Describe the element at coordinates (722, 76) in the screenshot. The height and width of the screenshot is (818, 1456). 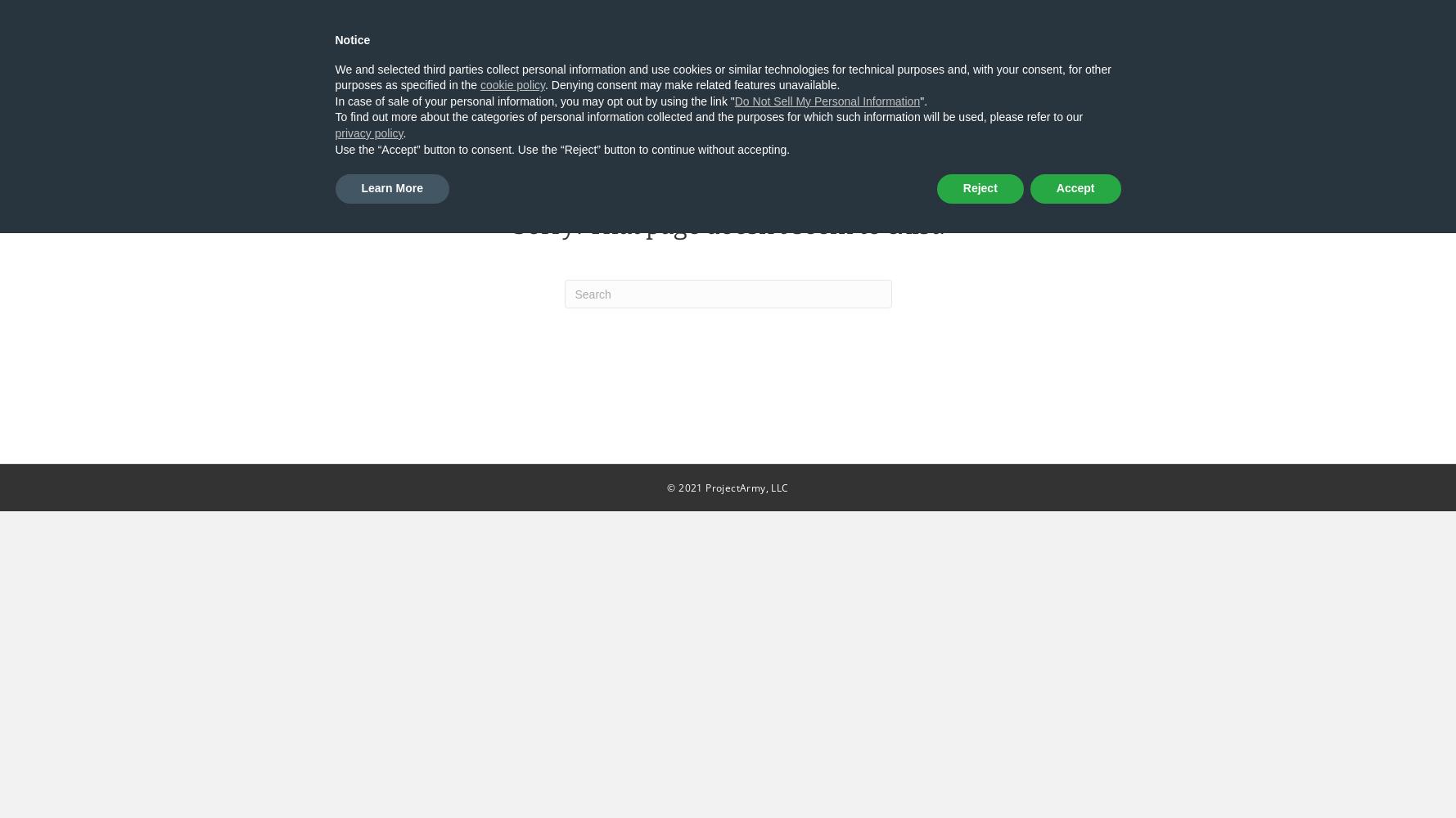
I see `'We and selected third parties collect personal information and use cookies or similar technologies for technical purposes and, with your consent, for other purposes as specified in the'` at that location.